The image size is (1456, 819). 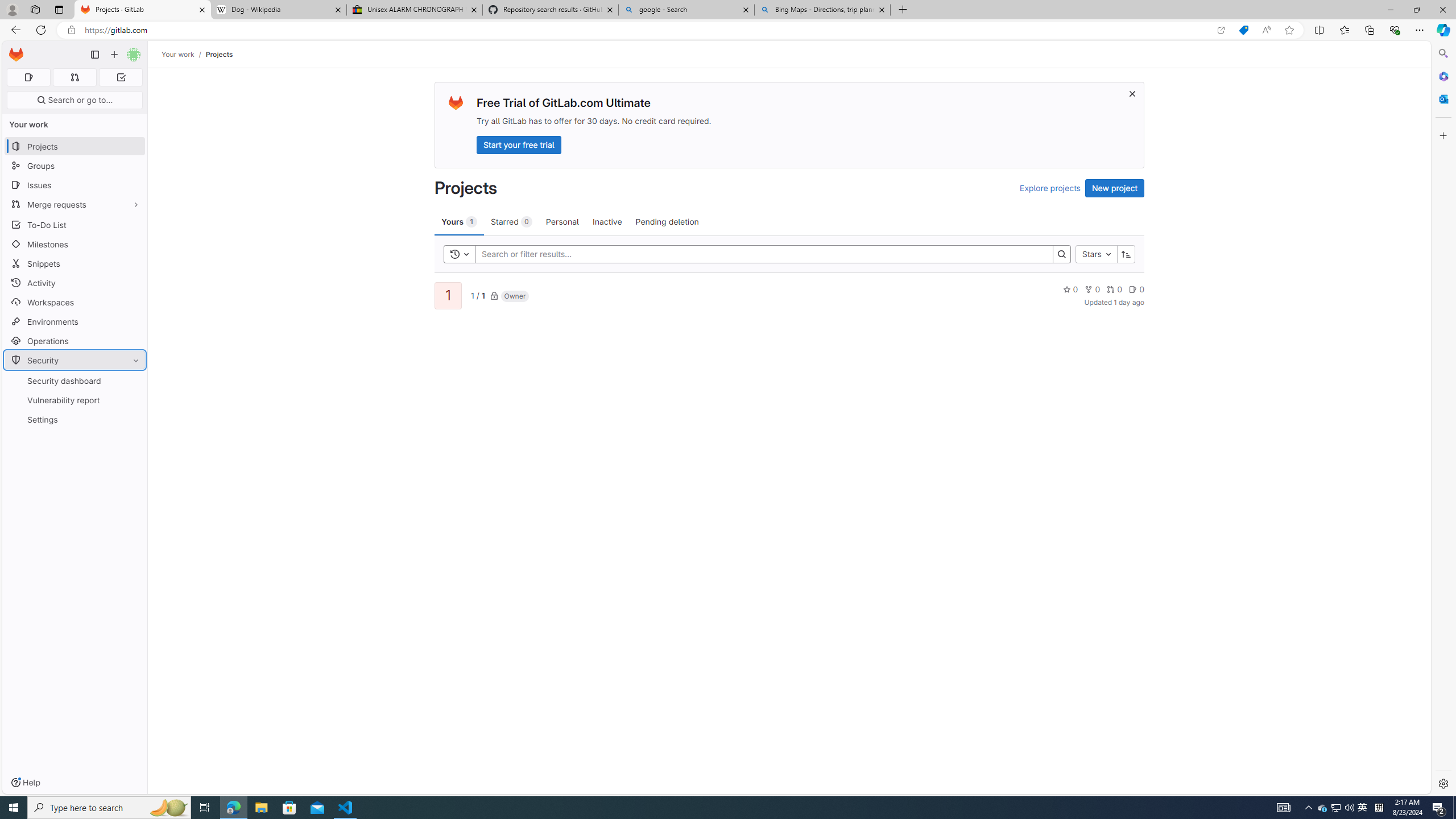 What do you see at coordinates (74, 379) in the screenshot?
I see `'Security dashboard'` at bounding box center [74, 379].